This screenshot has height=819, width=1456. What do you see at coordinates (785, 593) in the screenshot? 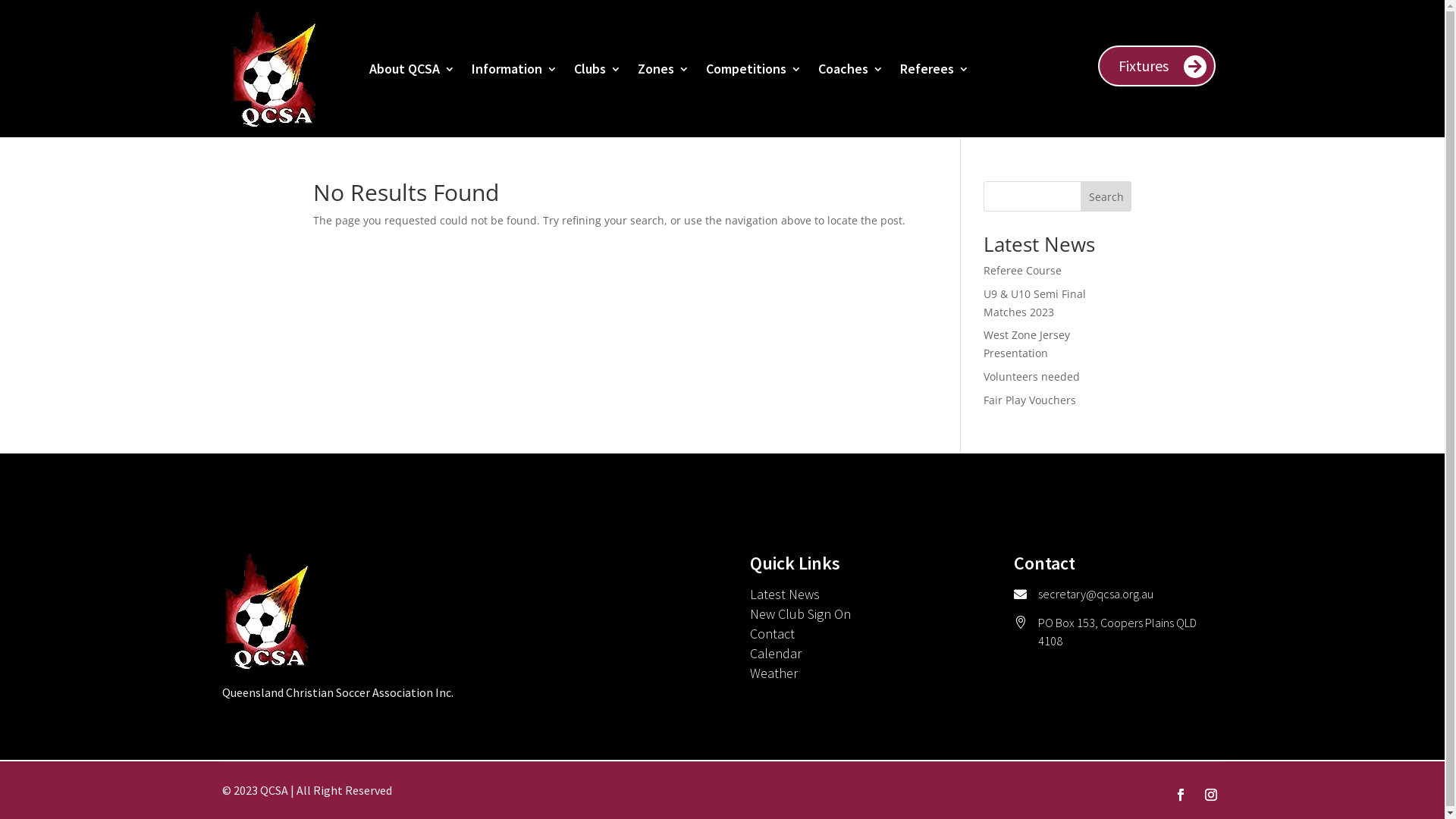
I see `'Latest News'` at bounding box center [785, 593].